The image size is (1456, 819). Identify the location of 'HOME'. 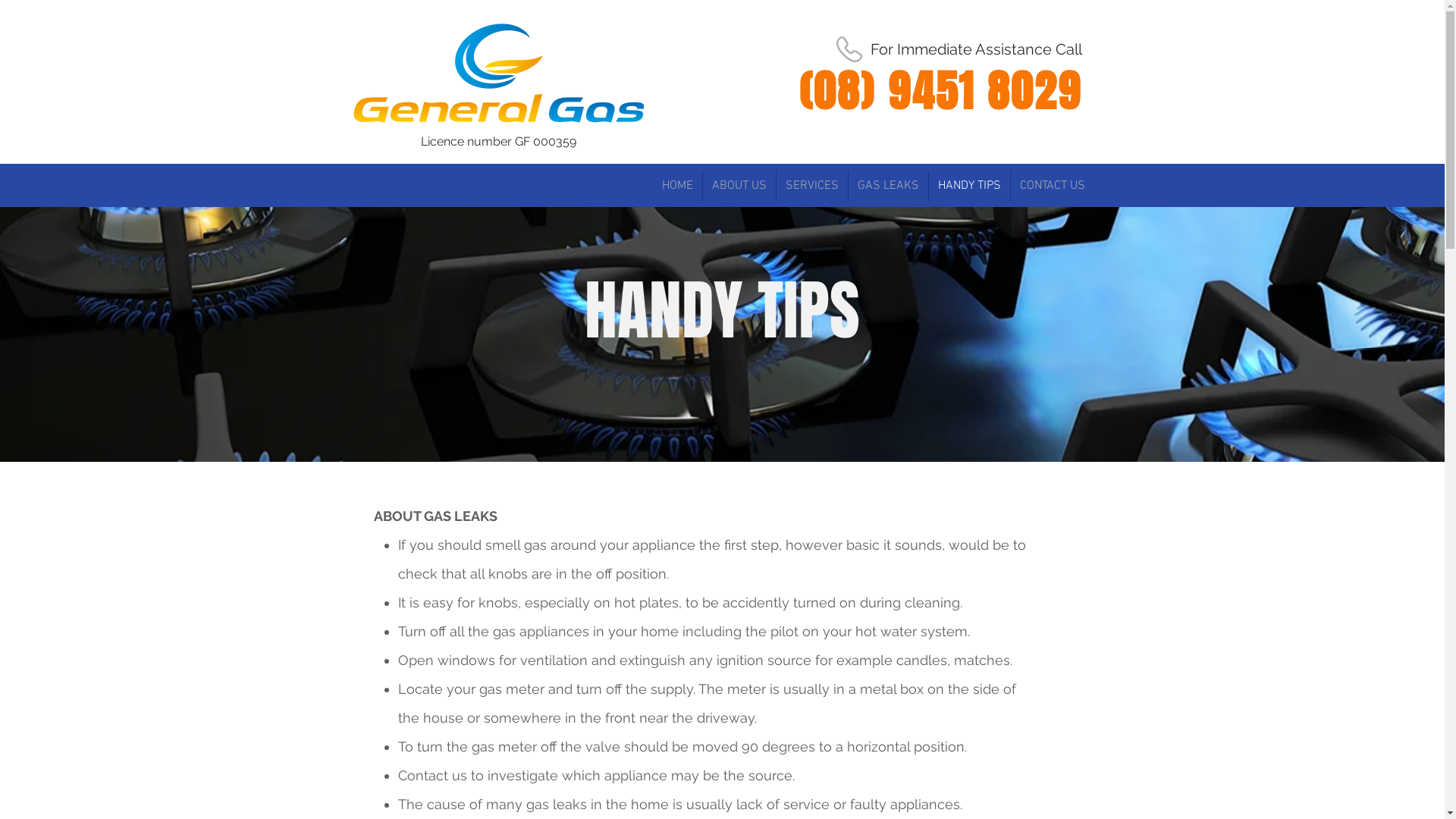
(676, 185).